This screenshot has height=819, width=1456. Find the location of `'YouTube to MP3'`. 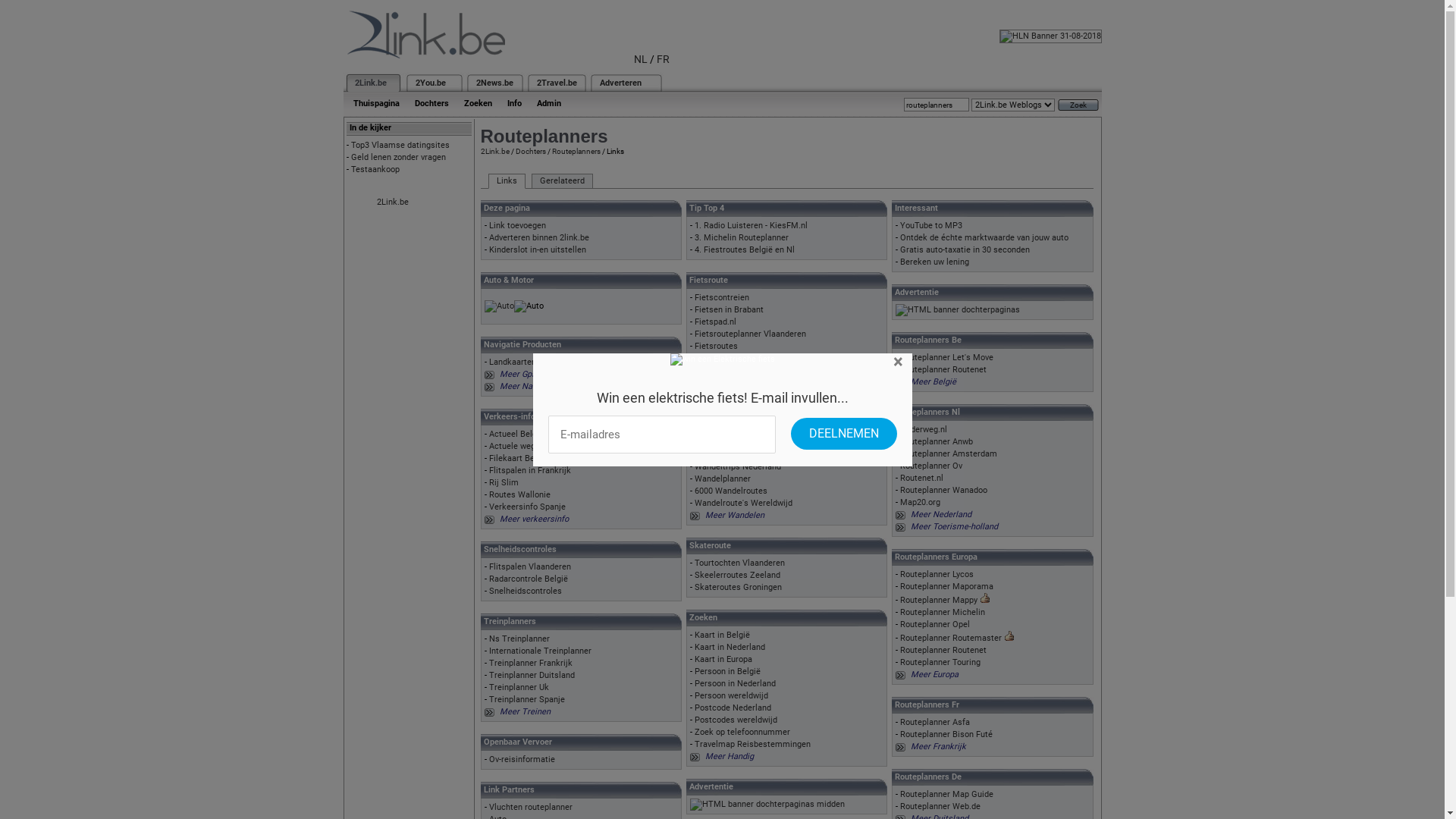

'YouTube to MP3' is located at coordinates (930, 225).